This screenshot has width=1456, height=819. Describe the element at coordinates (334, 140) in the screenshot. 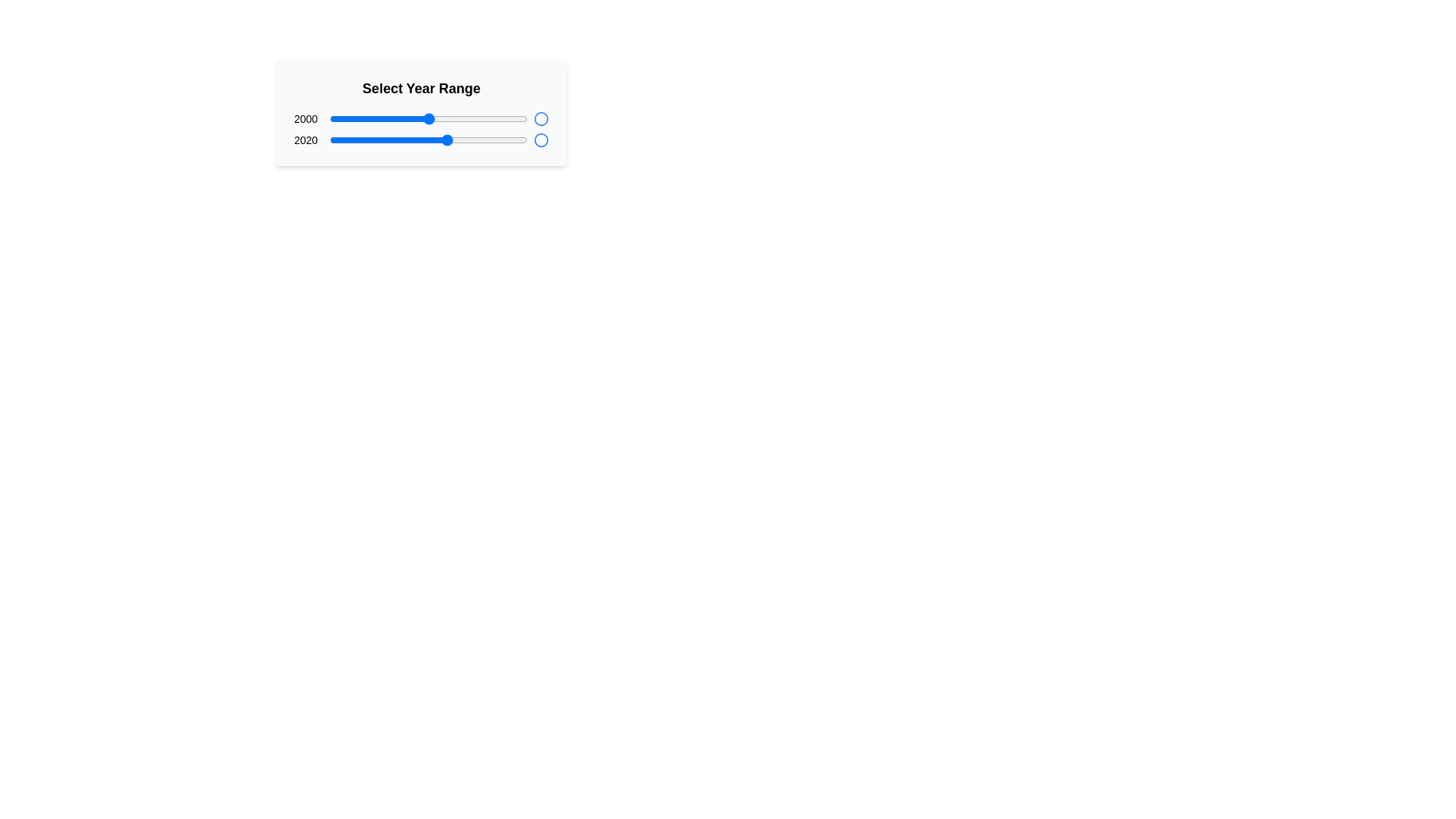

I see `the year value` at that location.